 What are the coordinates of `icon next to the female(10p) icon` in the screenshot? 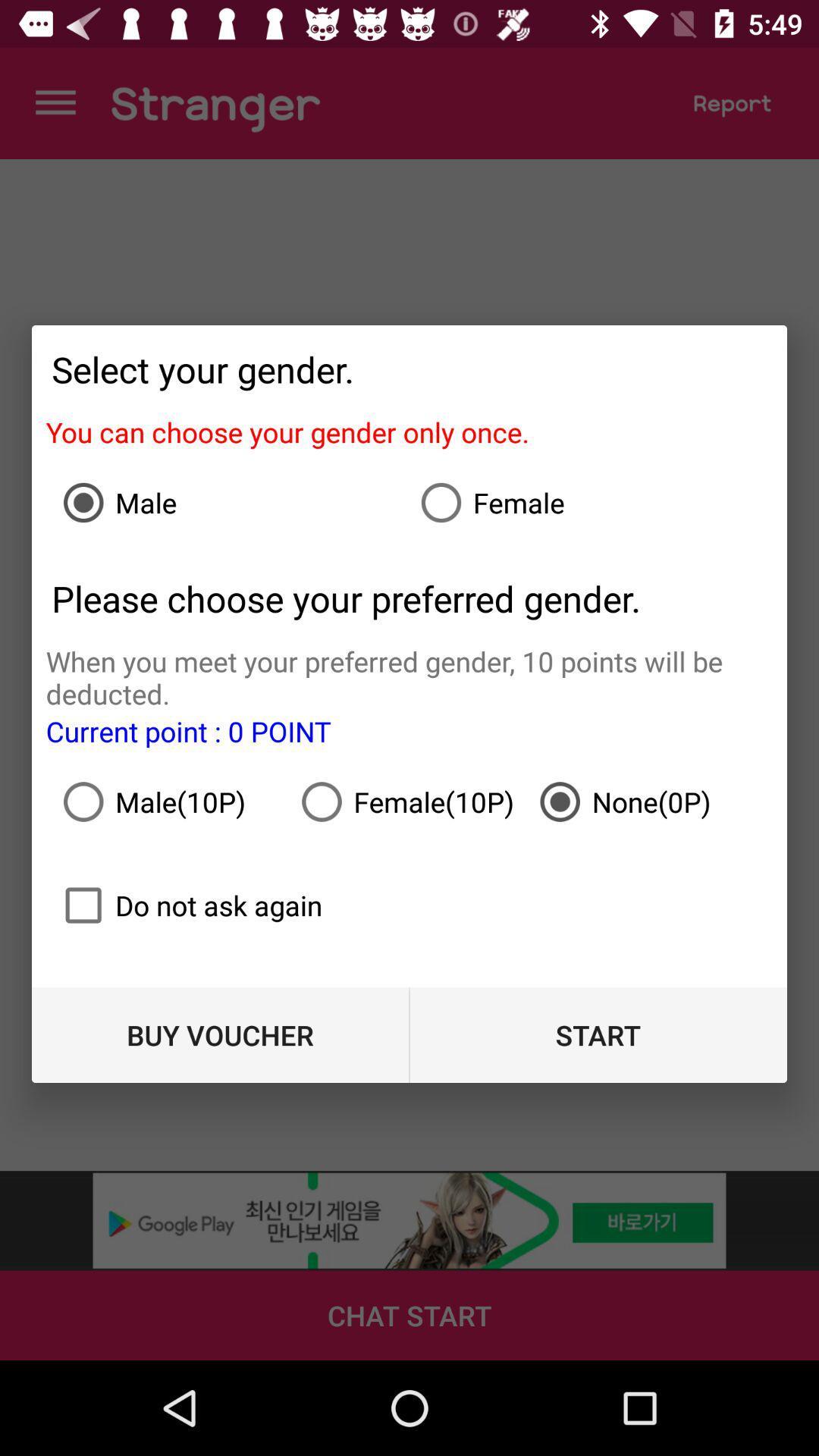 It's located at (648, 801).